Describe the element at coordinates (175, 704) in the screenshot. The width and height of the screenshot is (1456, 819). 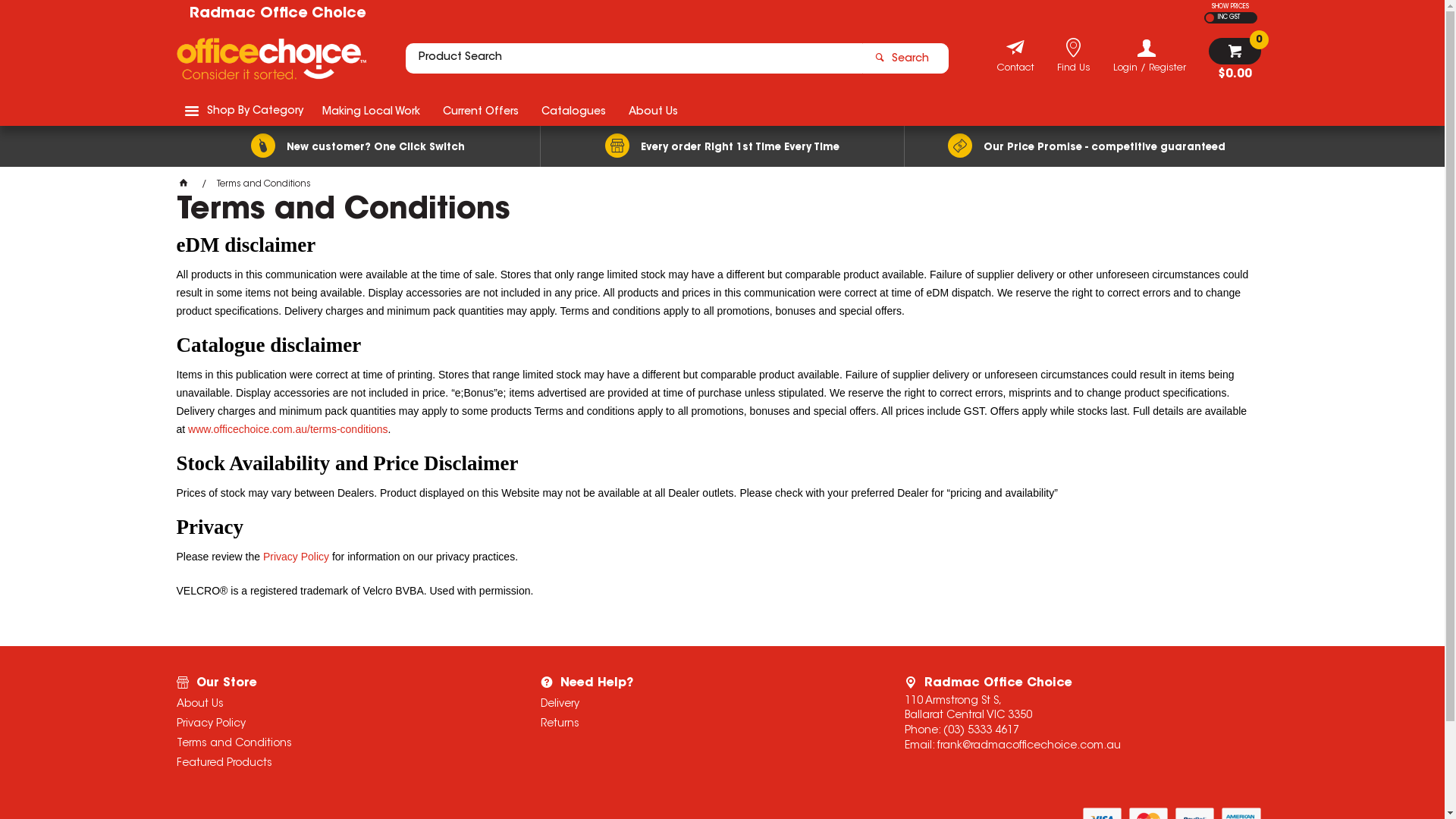
I see `'About Us'` at that location.